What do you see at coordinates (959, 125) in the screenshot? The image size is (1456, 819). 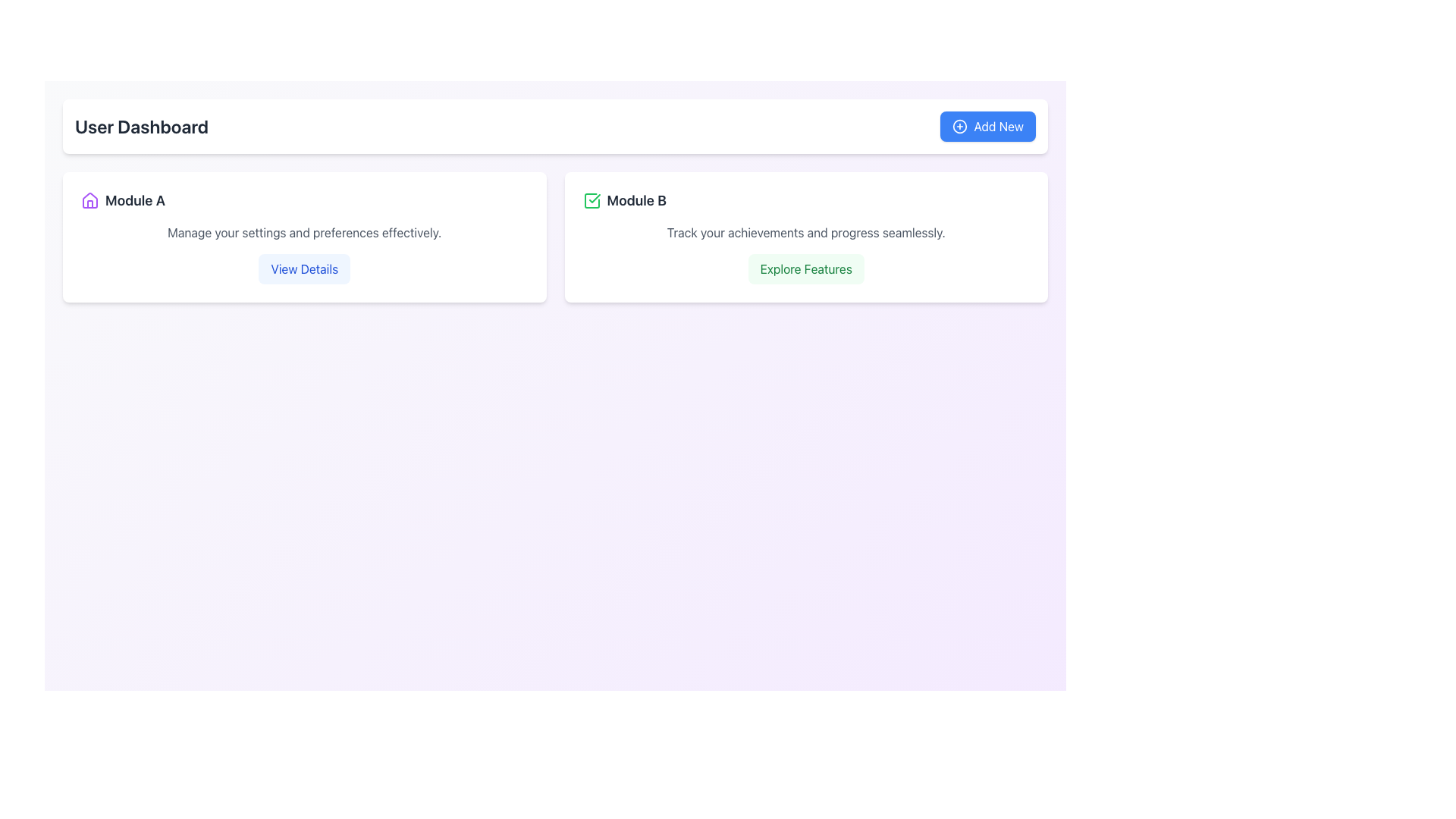 I see `the leftmost icon within the 'Add New' button` at bounding box center [959, 125].